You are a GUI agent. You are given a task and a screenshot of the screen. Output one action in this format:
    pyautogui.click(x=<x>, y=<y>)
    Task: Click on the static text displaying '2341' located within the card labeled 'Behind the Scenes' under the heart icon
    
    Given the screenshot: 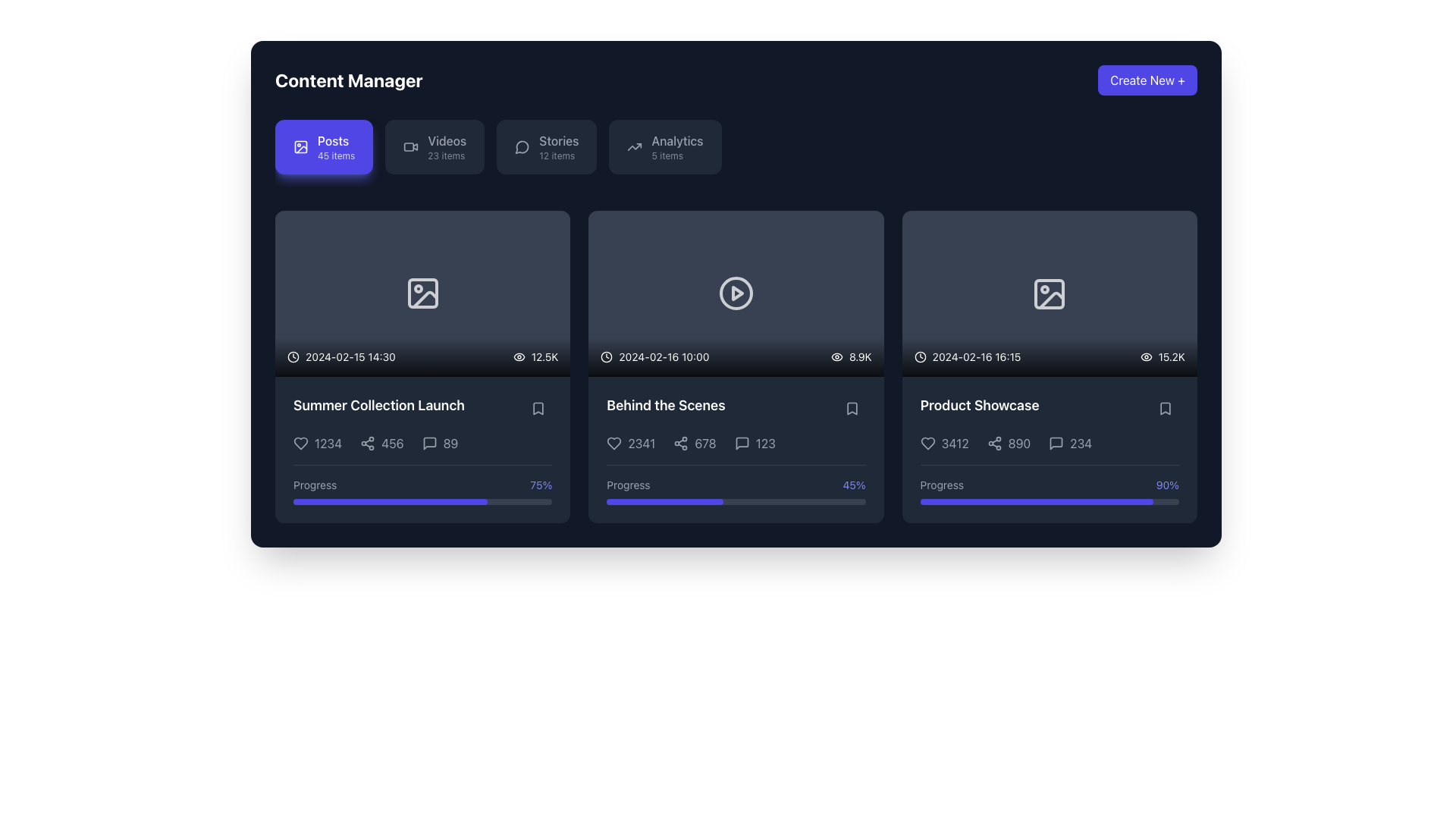 What is the action you would take?
    pyautogui.click(x=642, y=443)
    